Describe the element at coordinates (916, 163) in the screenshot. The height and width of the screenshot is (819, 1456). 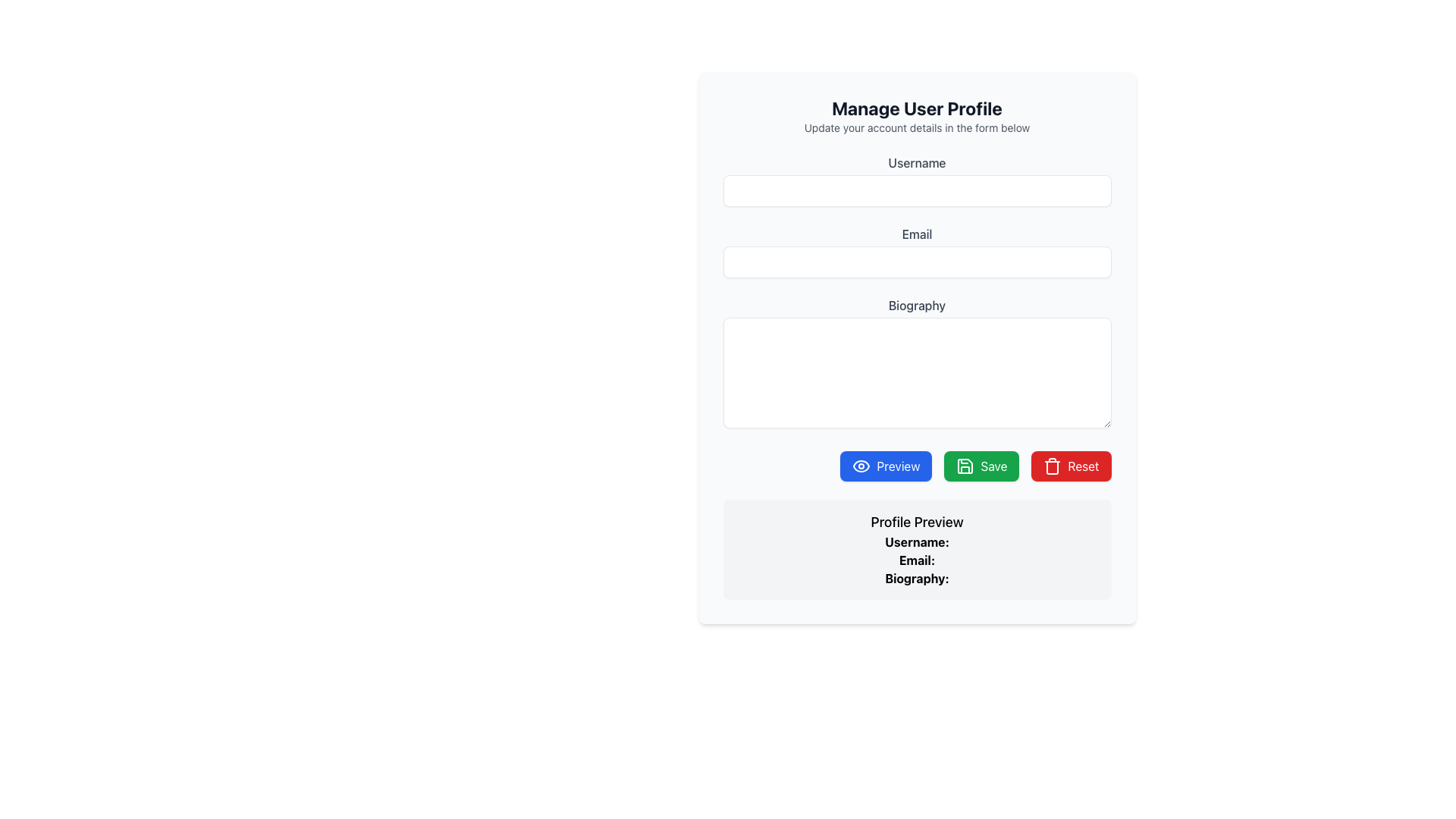
I see `the label that identifies the username input field, positioned at the top center of the form above the text input box` at that location.